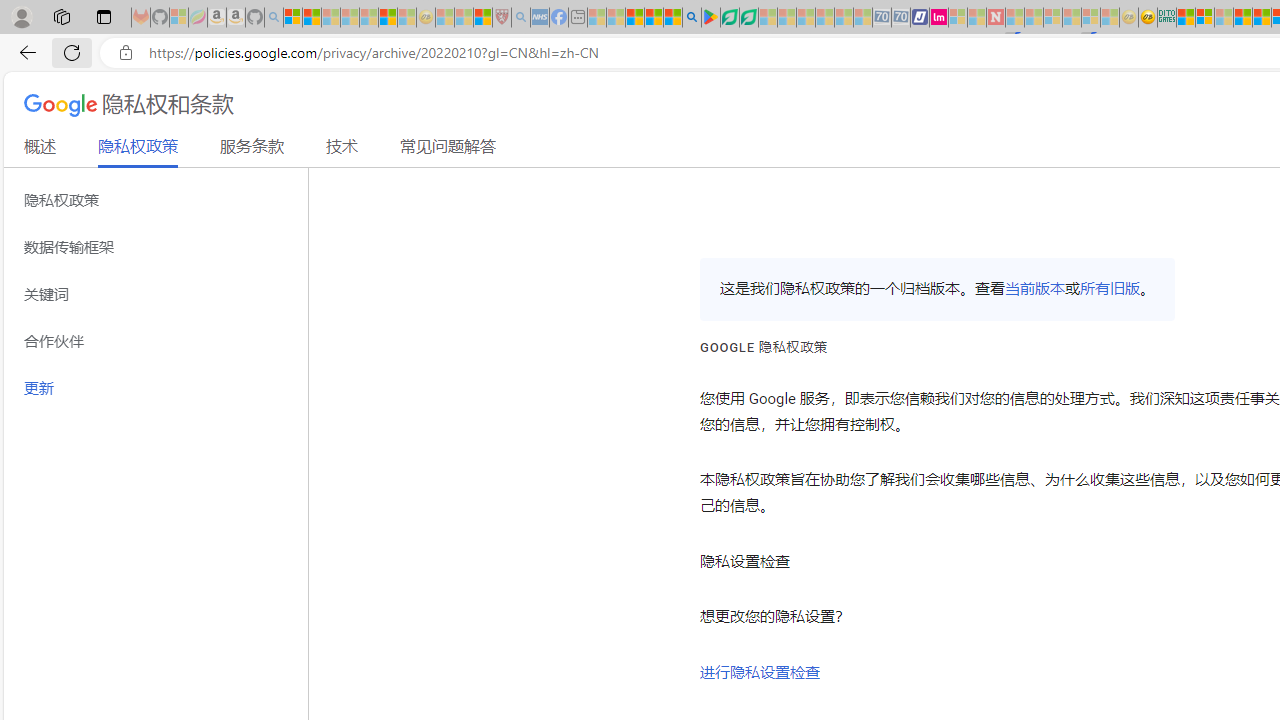 The height and width of the screenshot is (720, 1280). What do you see at coordinates (482, 17) in the screenshot?
I see `'Local - MSN'` at bounding box center [482, 17].